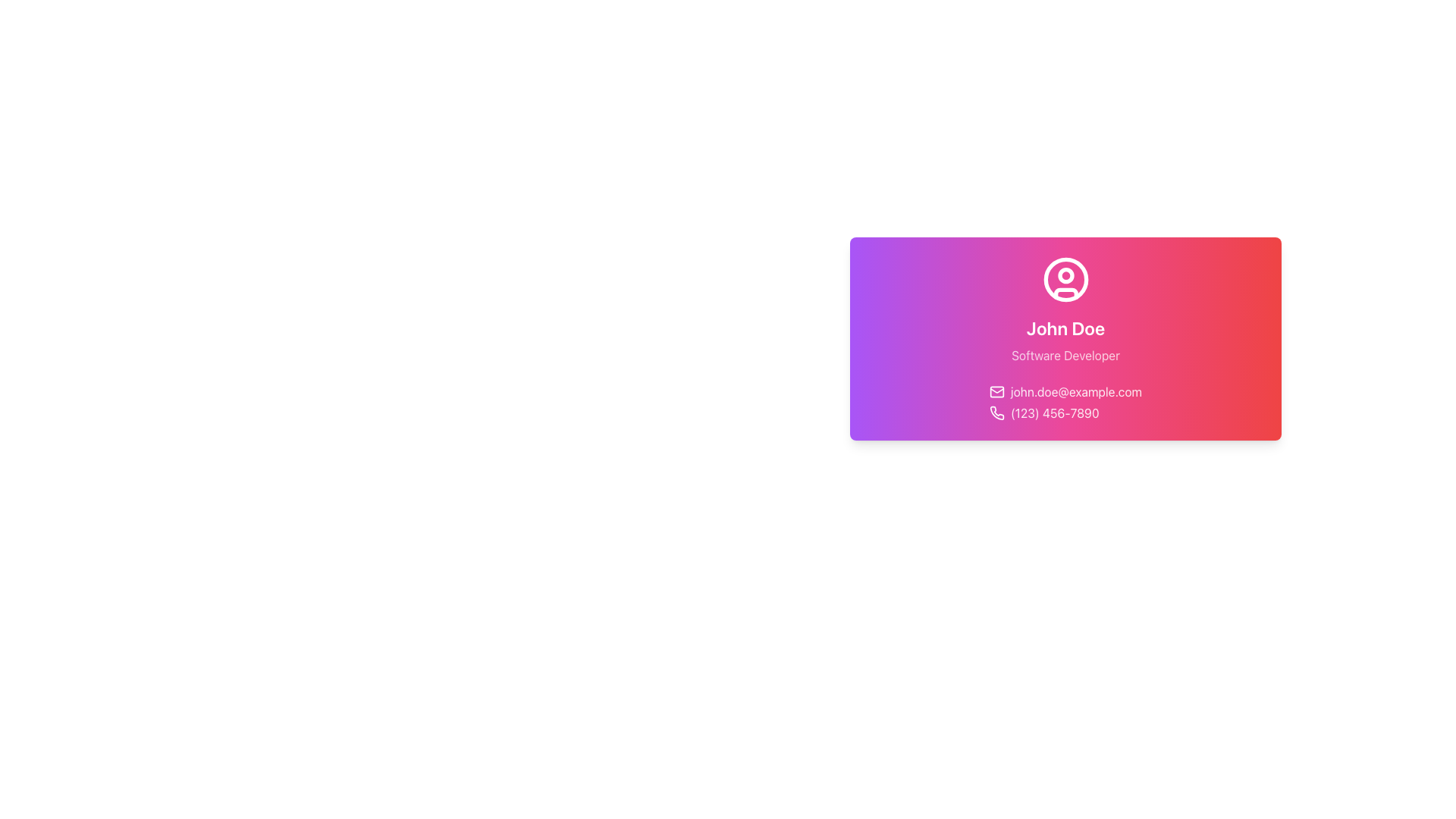 The width and height of the screenshot is (1456, 819). I want to click on the small envelope icon located to the left of the text 'john.doe@example.com' within the card layout, so click(997, 391).